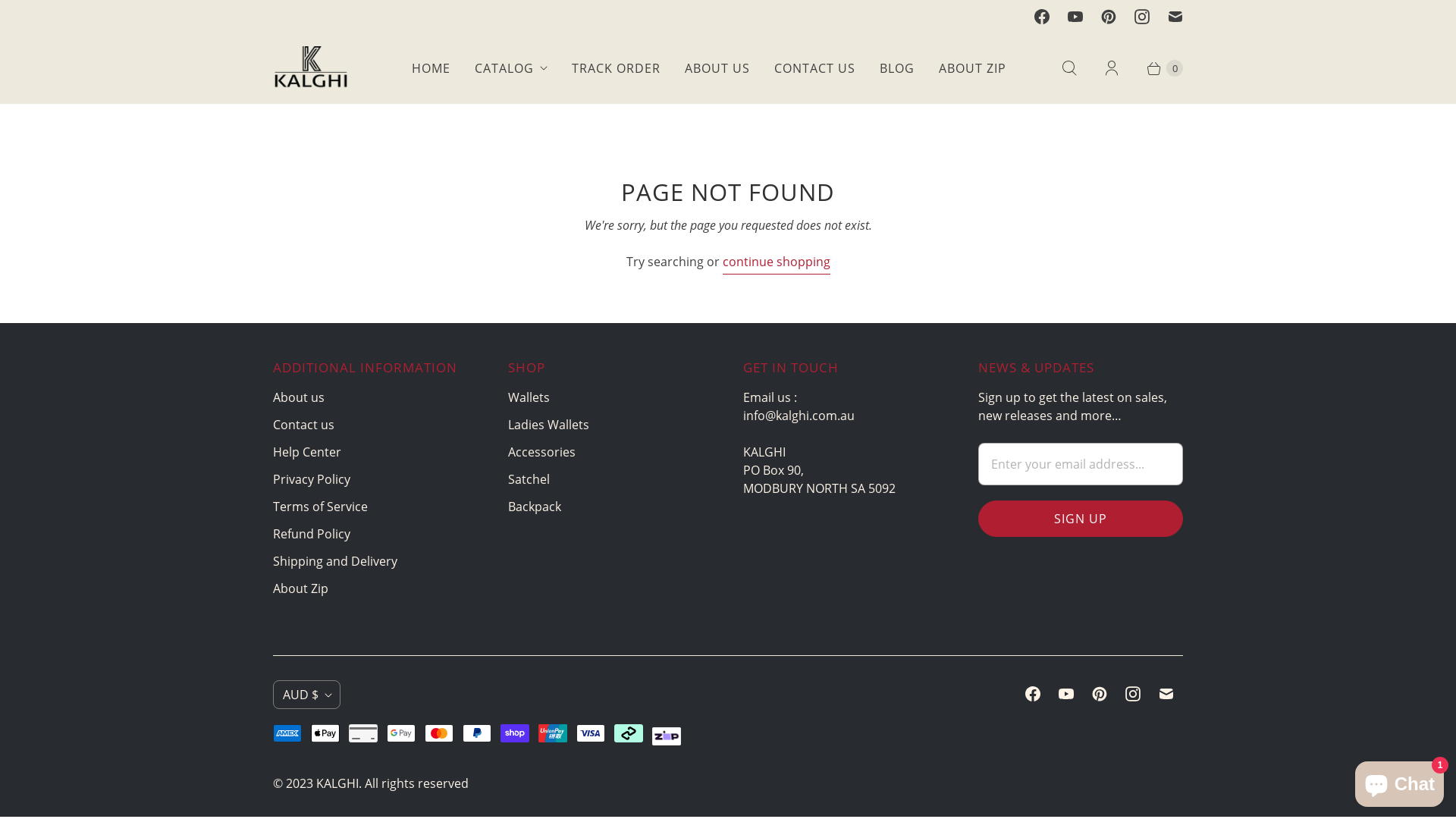 This screenshot has height=819, width=1456. What do you see at coordinates (926, 67) in the screenshot?
I see `'ABOUT ZIP'` at bounding box center [926, 67].